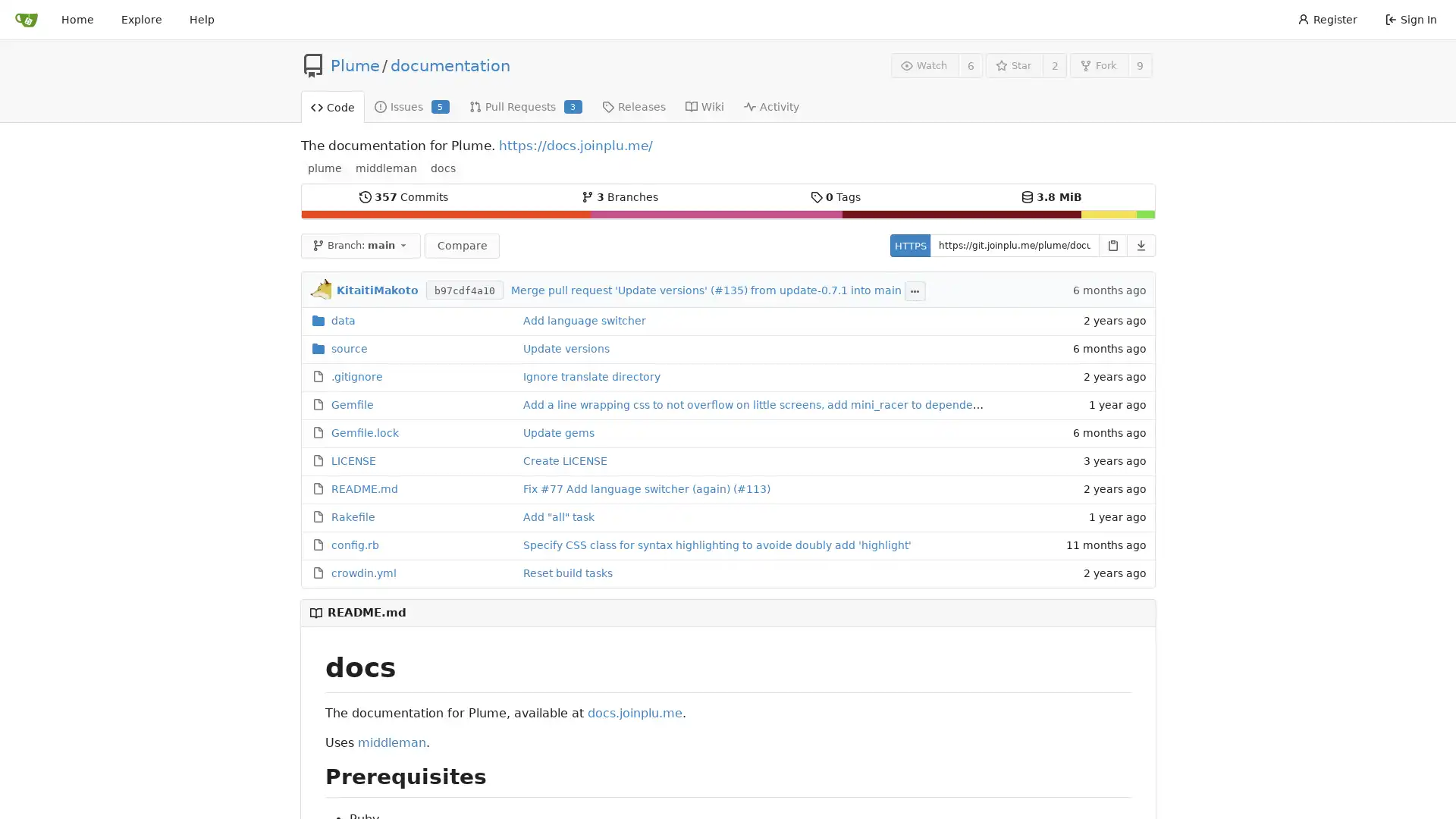 The image size is (1456, 819). I want to click on Watch, so click(924, 64).